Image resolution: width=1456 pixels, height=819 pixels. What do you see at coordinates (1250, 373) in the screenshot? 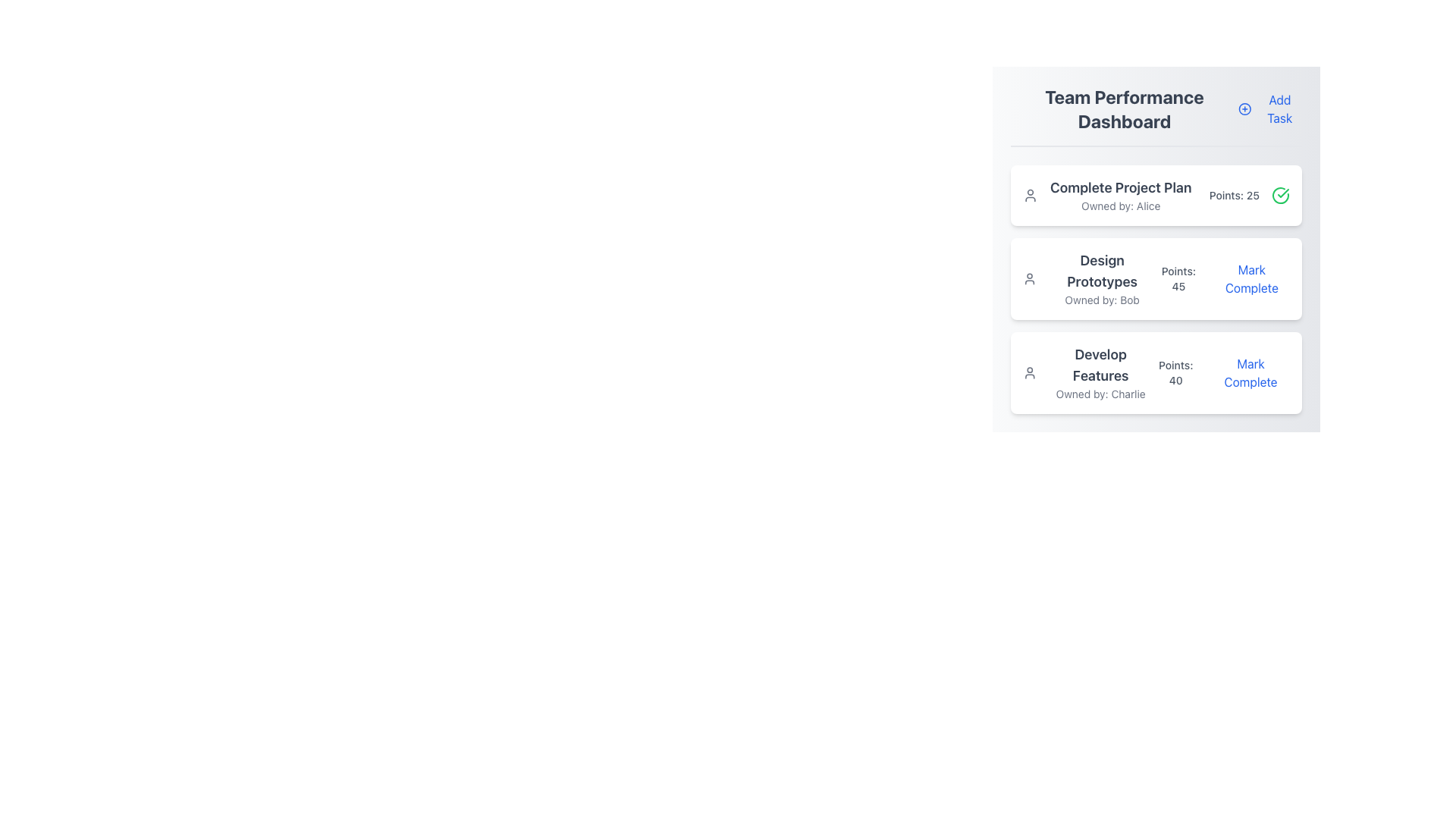
I see `the 'Mark Complete' button styled in blue font, located to the right of the 'Points: 40' text within the task entry for 'Develop Features'` at bounding box center [1250, 373].